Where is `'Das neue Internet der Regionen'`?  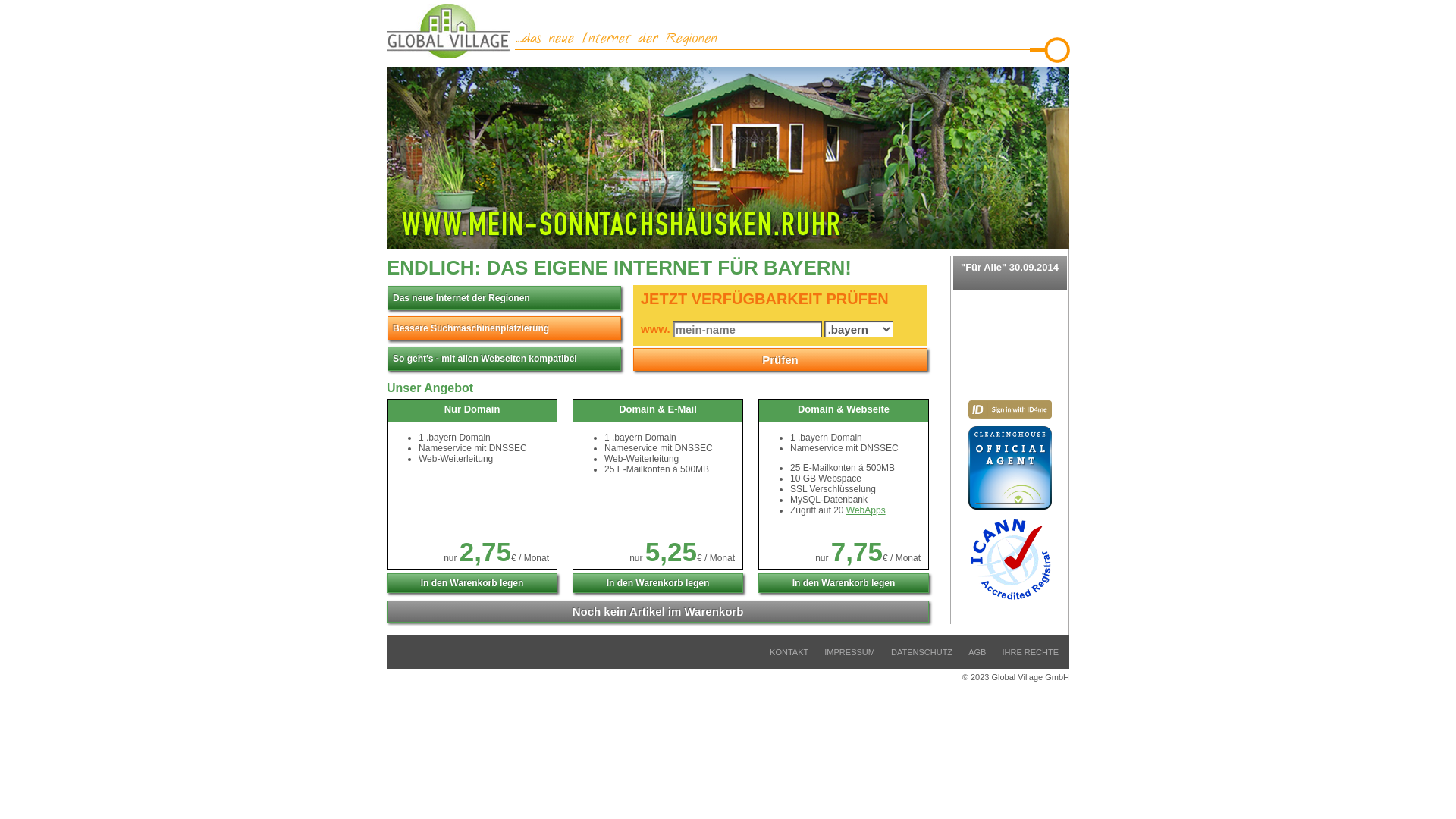
'Das neue Internet der Regionen' is located at coordinates (504, 298).